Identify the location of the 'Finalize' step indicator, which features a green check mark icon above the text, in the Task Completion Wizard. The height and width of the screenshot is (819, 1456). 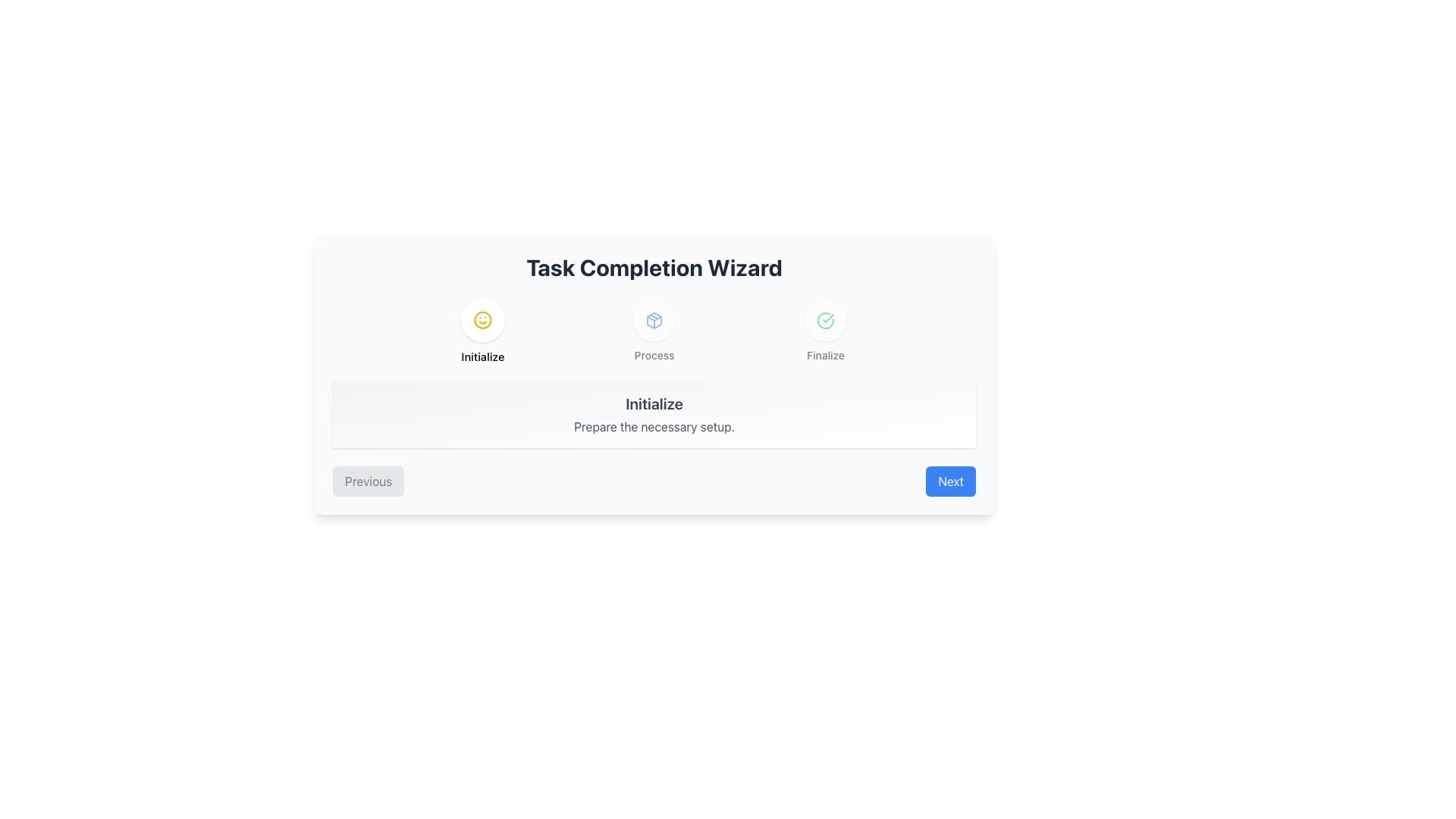
(825, 330).